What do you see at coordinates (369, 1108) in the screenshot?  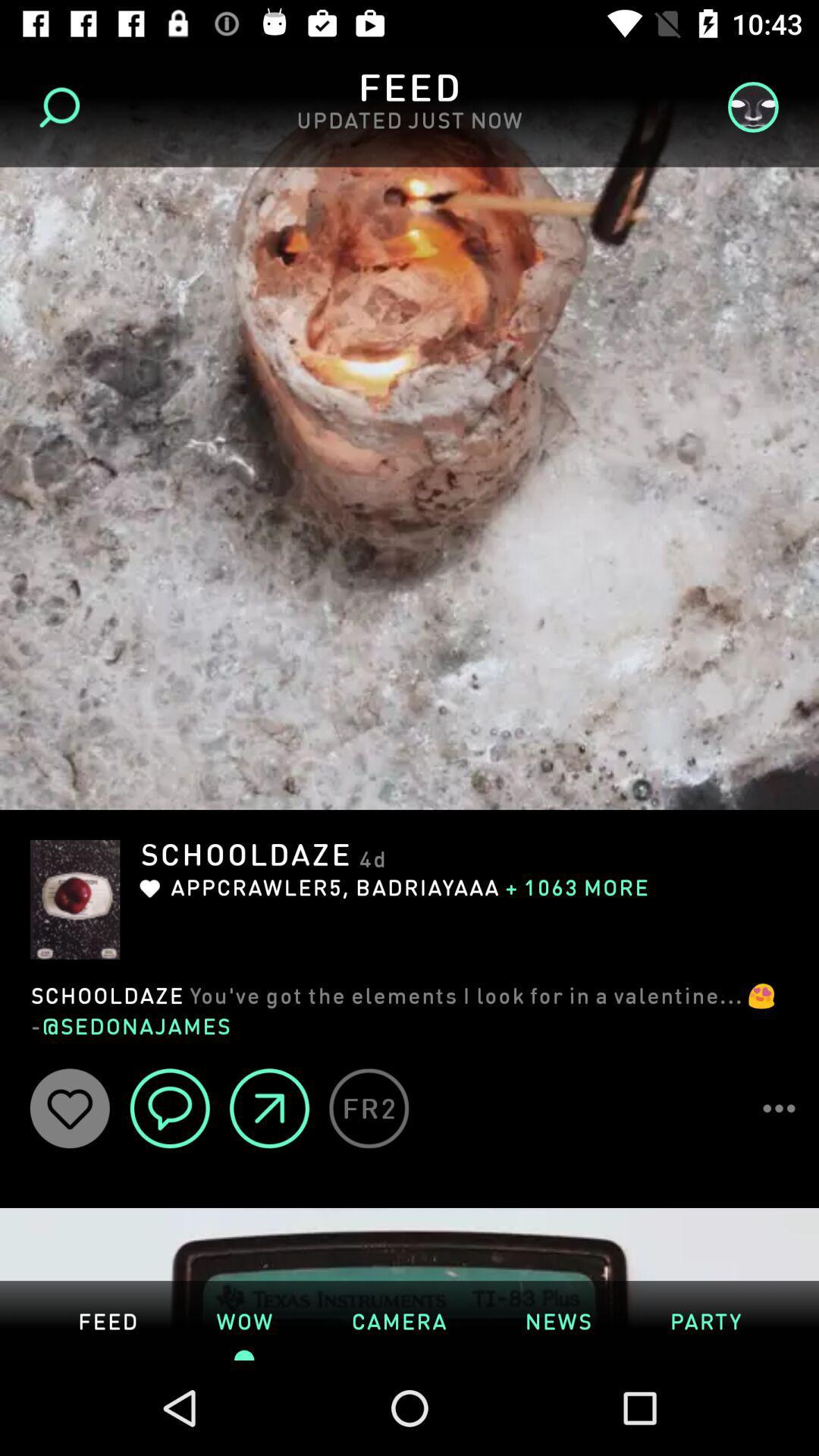 I see `fr2 icon` at bounding box center [369, 1108].